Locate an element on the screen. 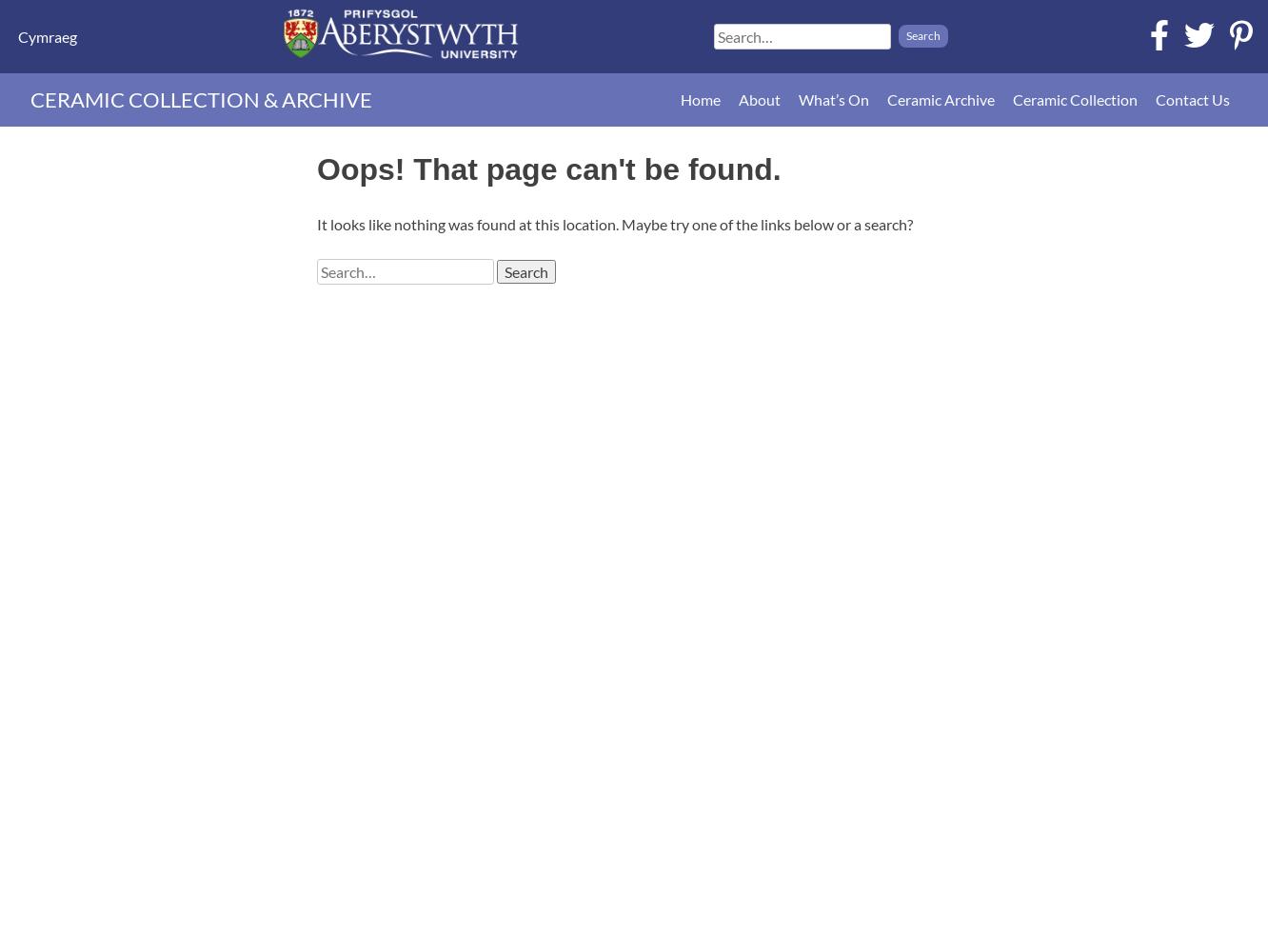 Image resolution: width=1268 pixels, height=952 pixels. 'Contact Us' is located at coordinates (1154, 97).